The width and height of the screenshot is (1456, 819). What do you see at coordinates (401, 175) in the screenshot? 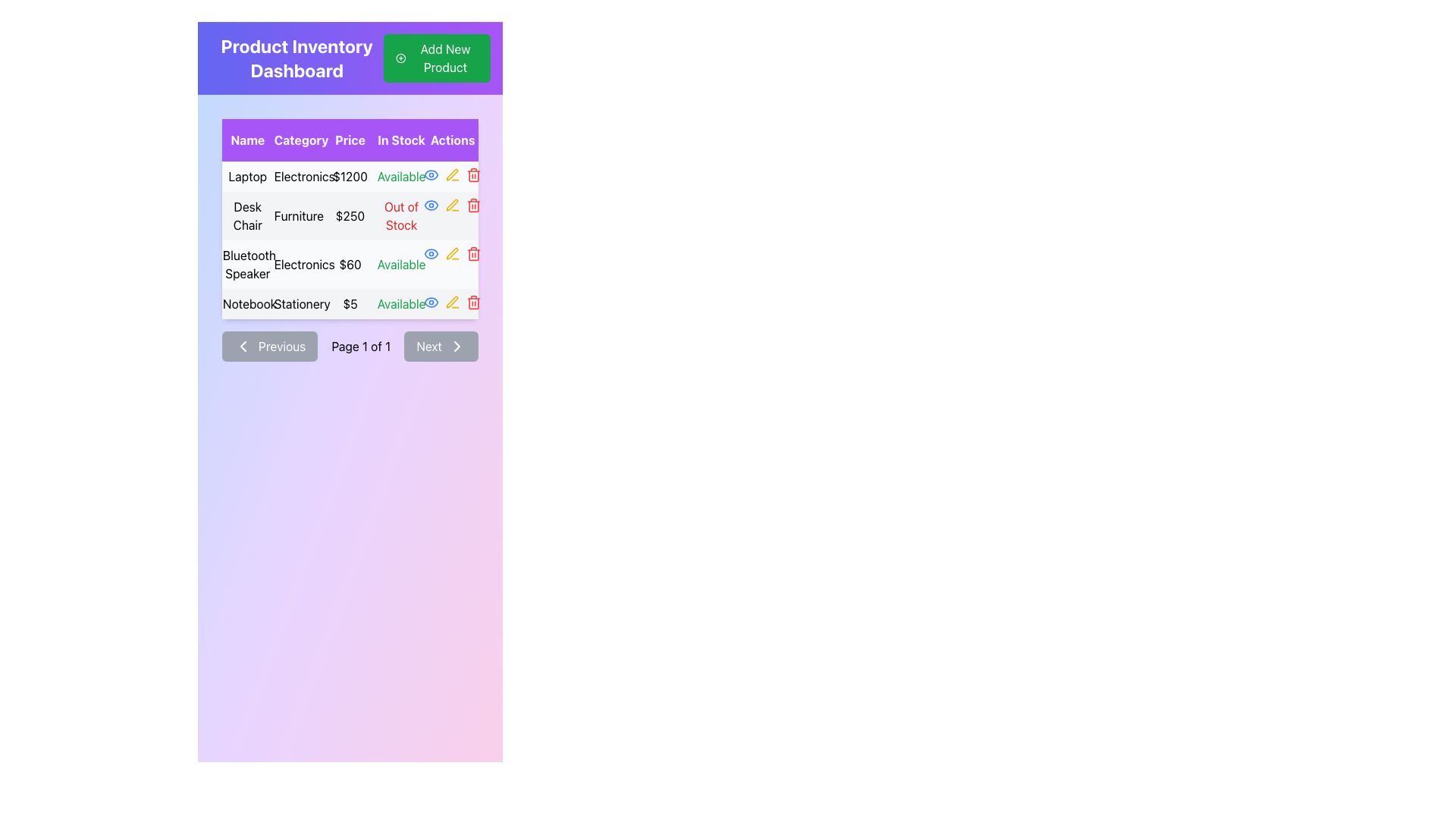
I see `the 'Available' text label in green color located under the 'In Stock' column for the 'Laptop' item in the table` at bounding box center [401, 175].